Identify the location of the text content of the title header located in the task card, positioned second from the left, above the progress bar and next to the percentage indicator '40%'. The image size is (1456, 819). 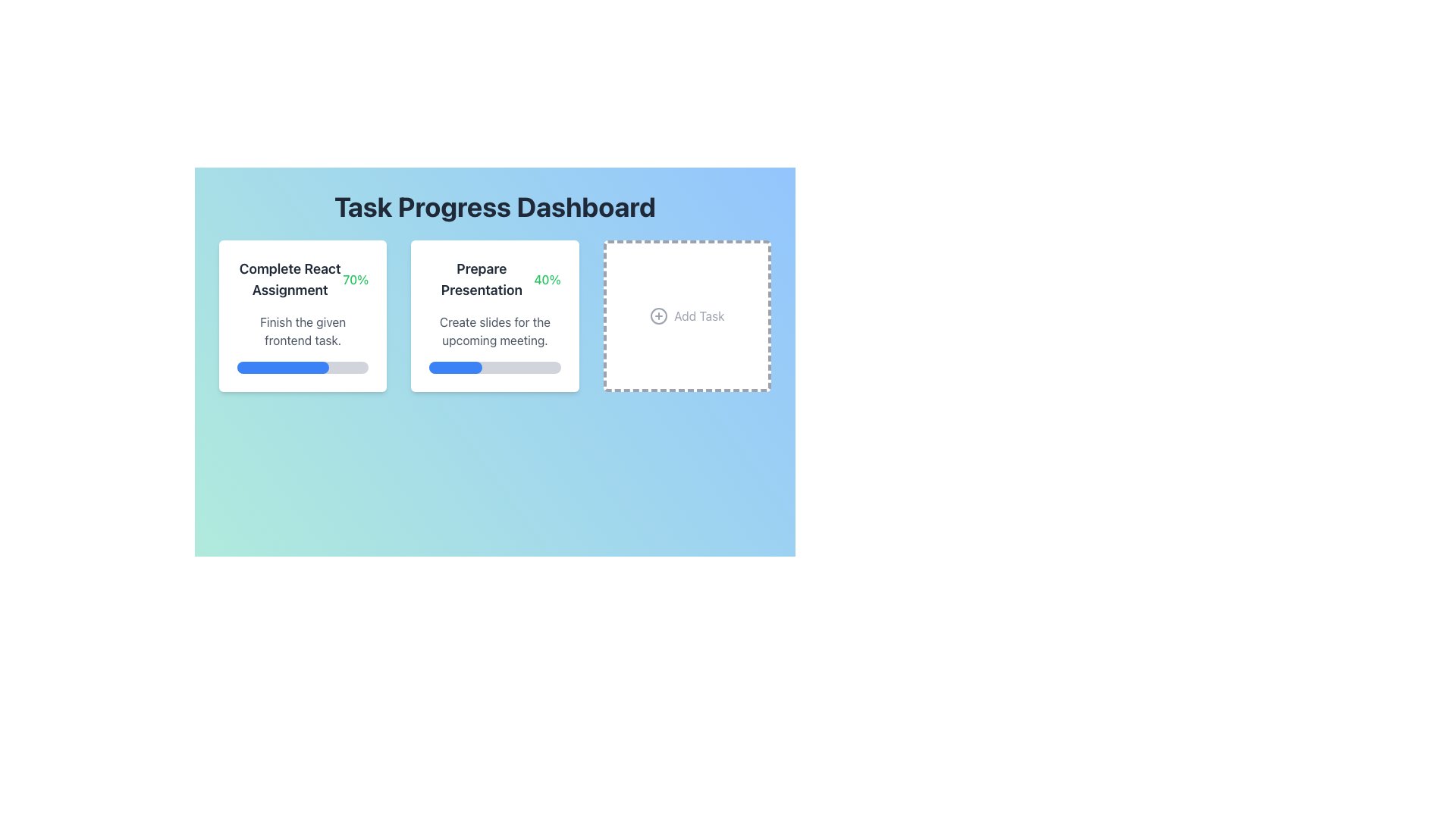
(481, 280).